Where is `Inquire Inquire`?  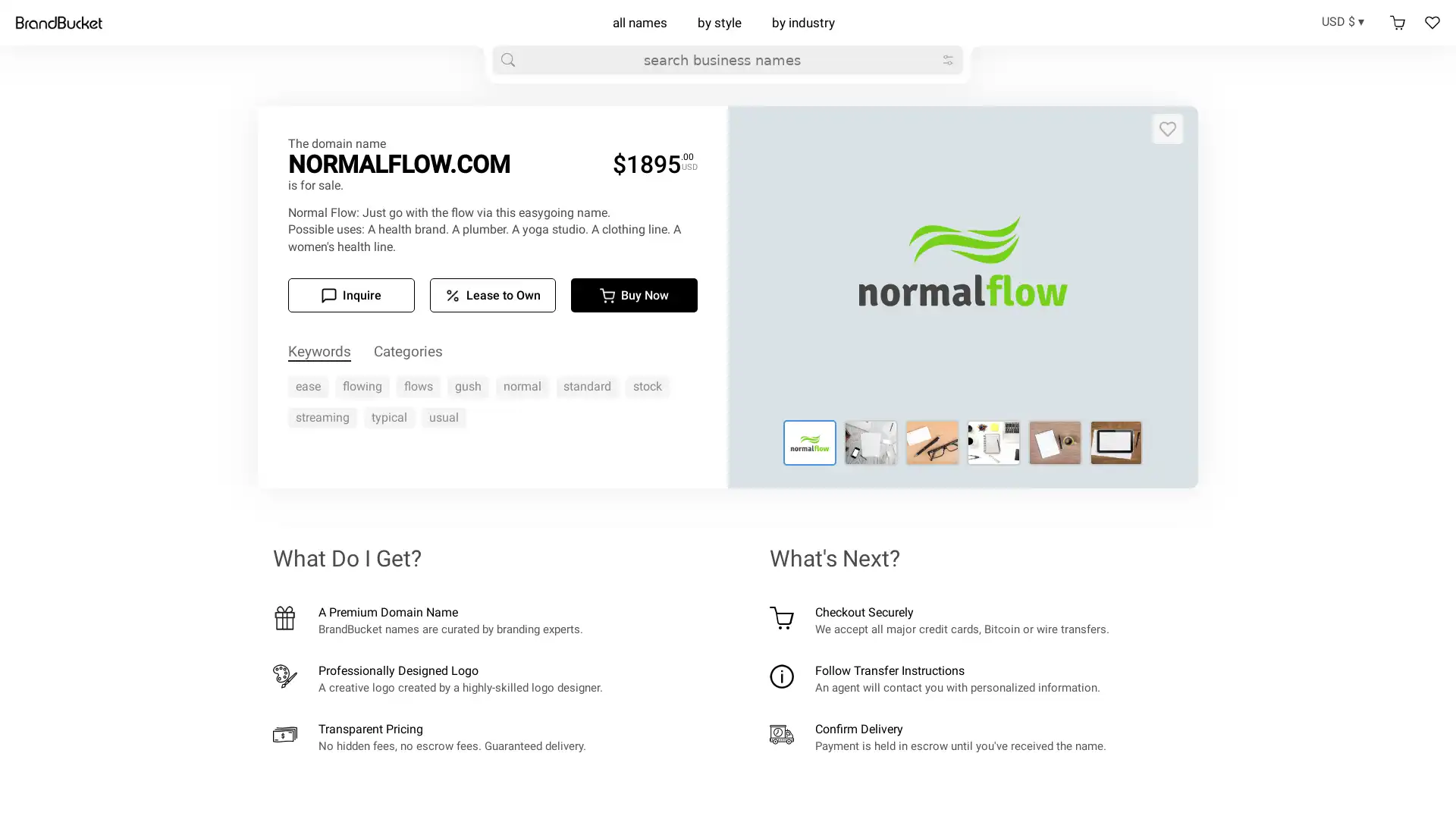 Inquire Inquire is located at coordinates (350, 295).